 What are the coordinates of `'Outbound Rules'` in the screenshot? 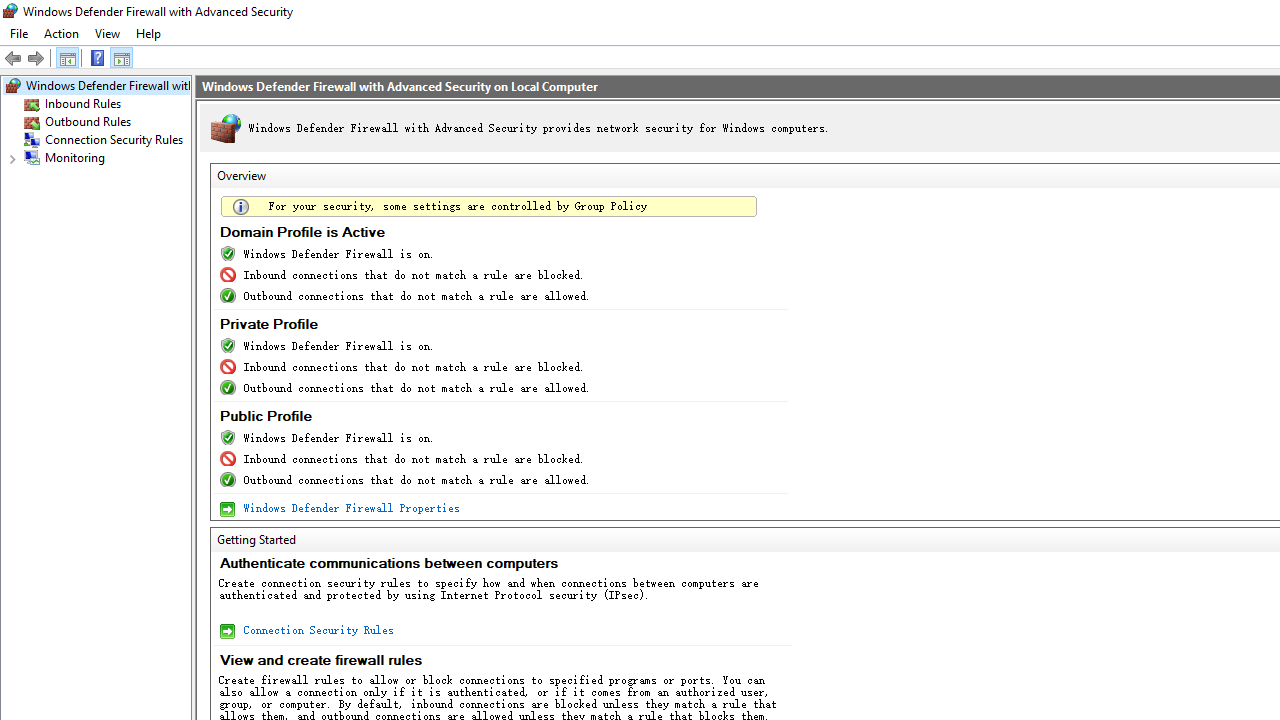 It's located at (87, 122).